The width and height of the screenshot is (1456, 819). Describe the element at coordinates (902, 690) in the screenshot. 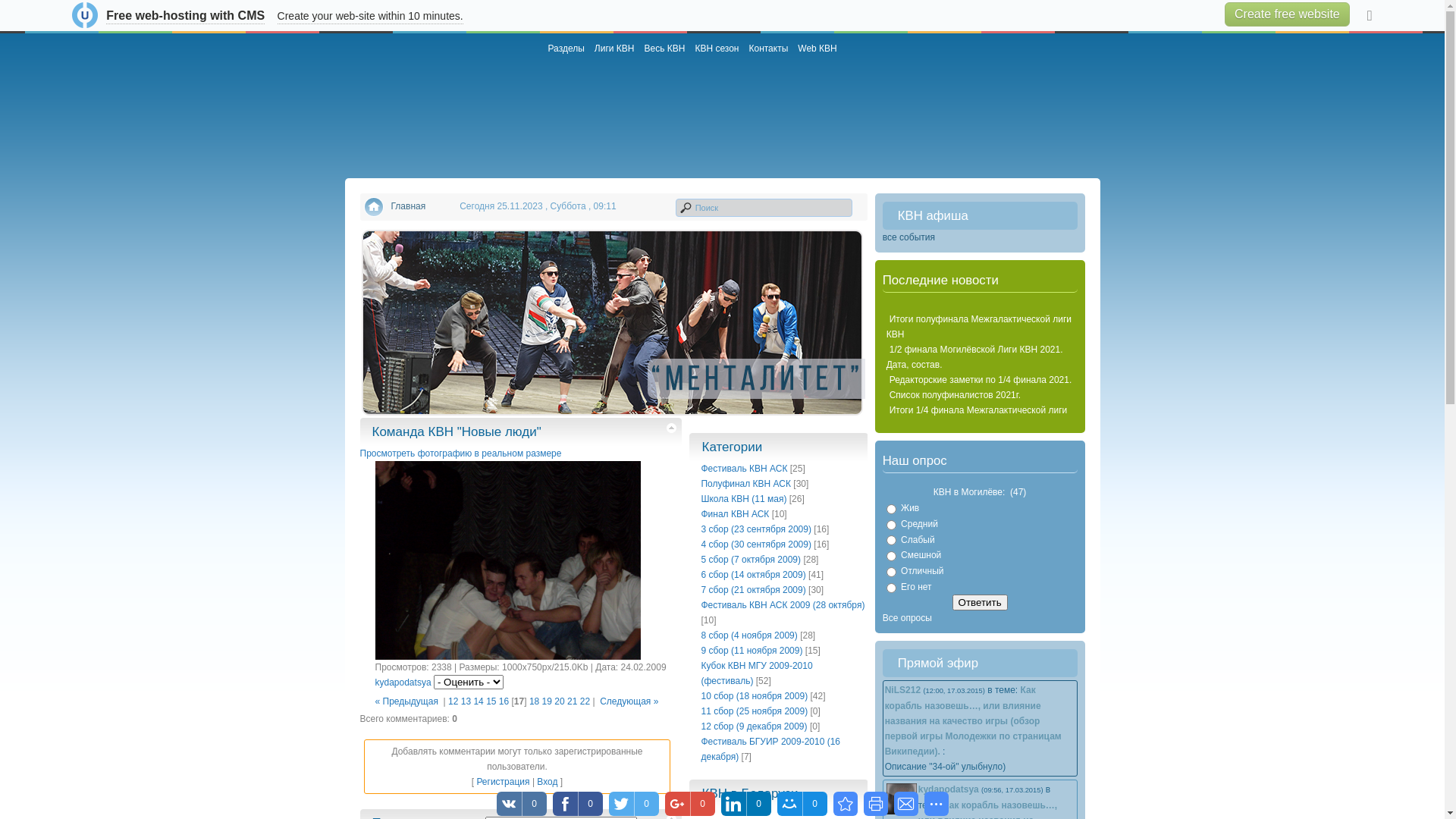

I see `'NiLS212'` at that location.